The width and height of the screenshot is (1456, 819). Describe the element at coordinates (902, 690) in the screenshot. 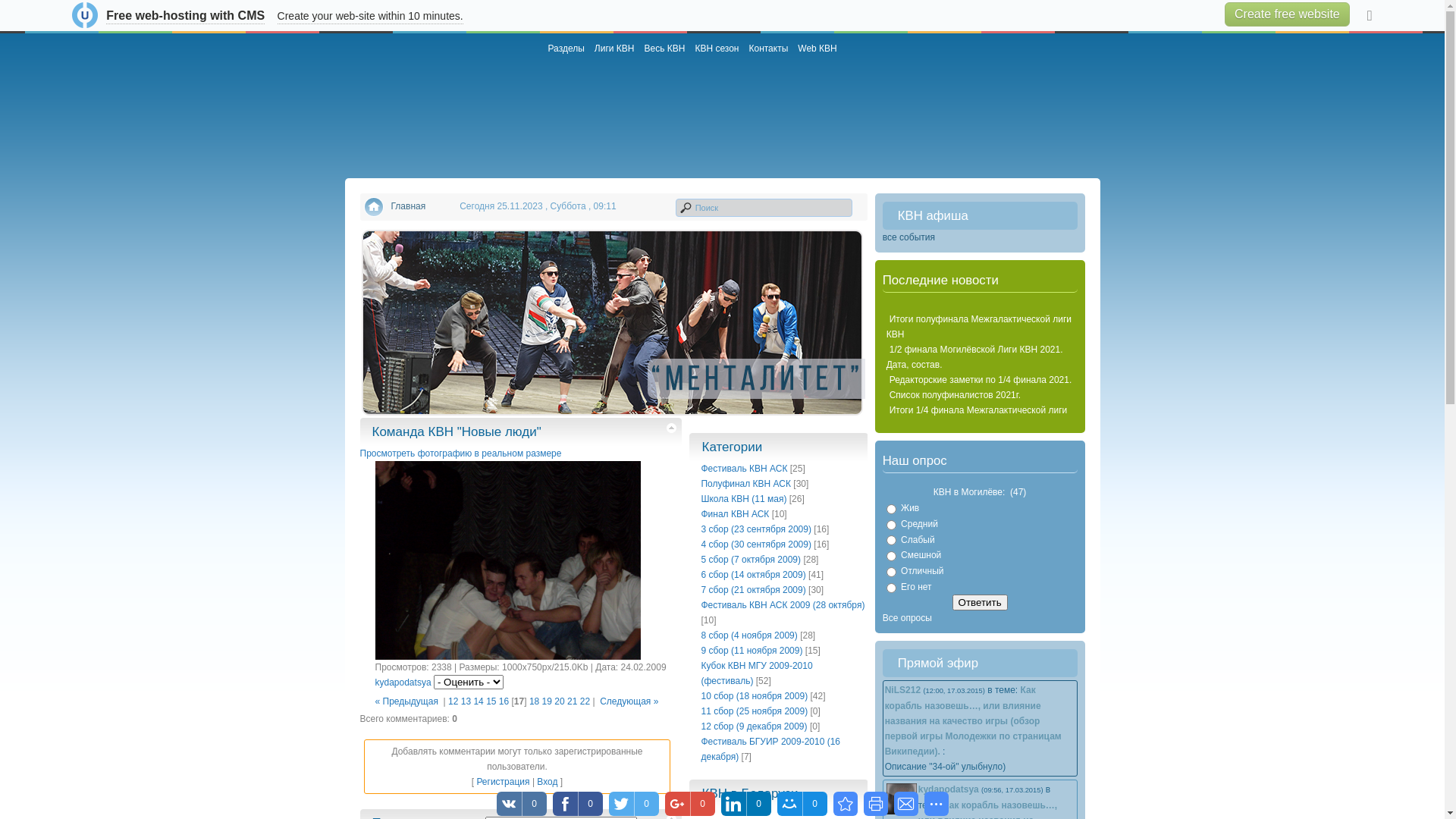

I see `'NiLS212'` at that location.